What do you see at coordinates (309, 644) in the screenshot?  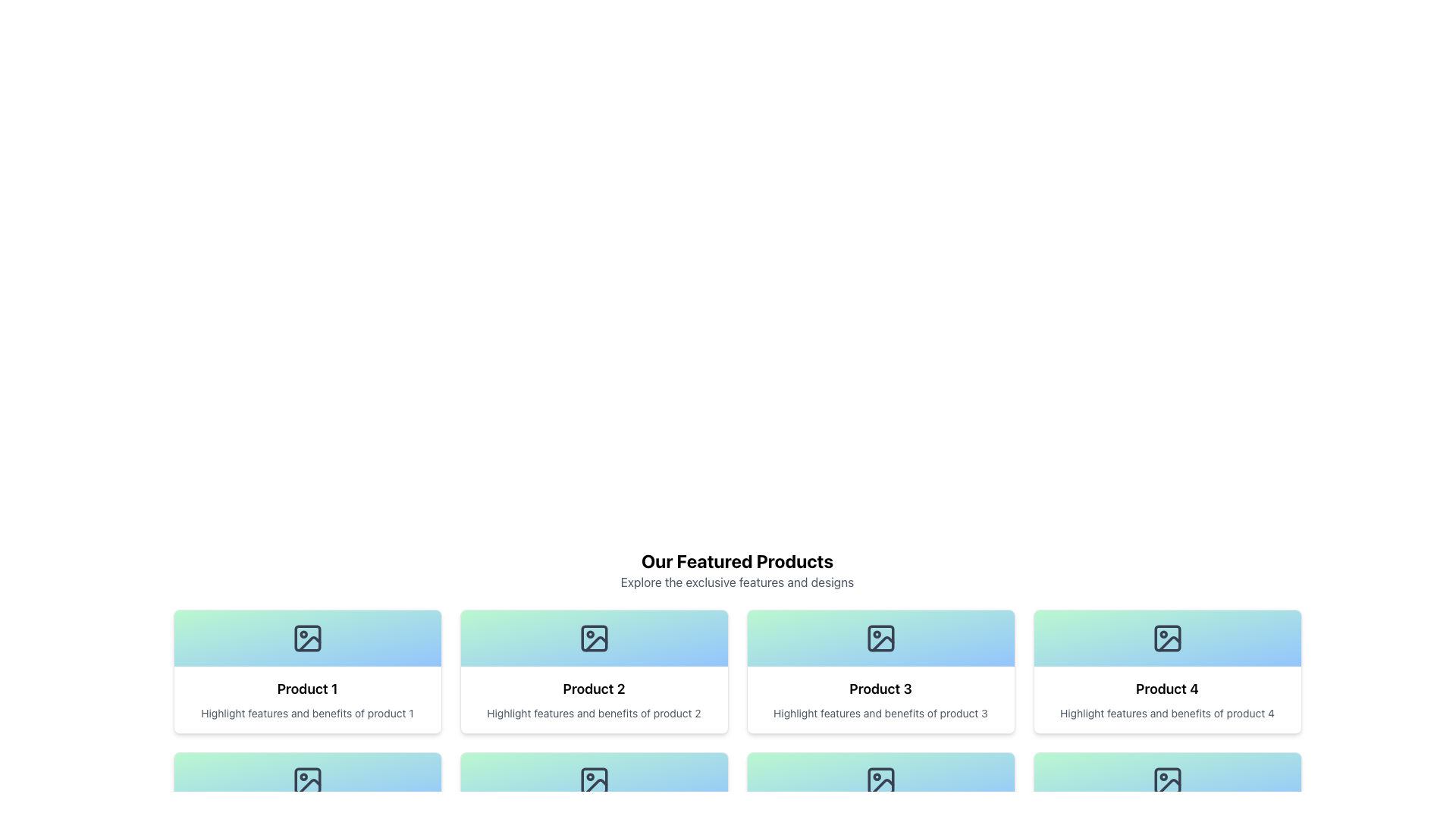 I see `the third Icon element within the SVG structure at the top center of the first product card, which resembles a cropped mountain and has a light blue fill` at bounding box center [309, 644].